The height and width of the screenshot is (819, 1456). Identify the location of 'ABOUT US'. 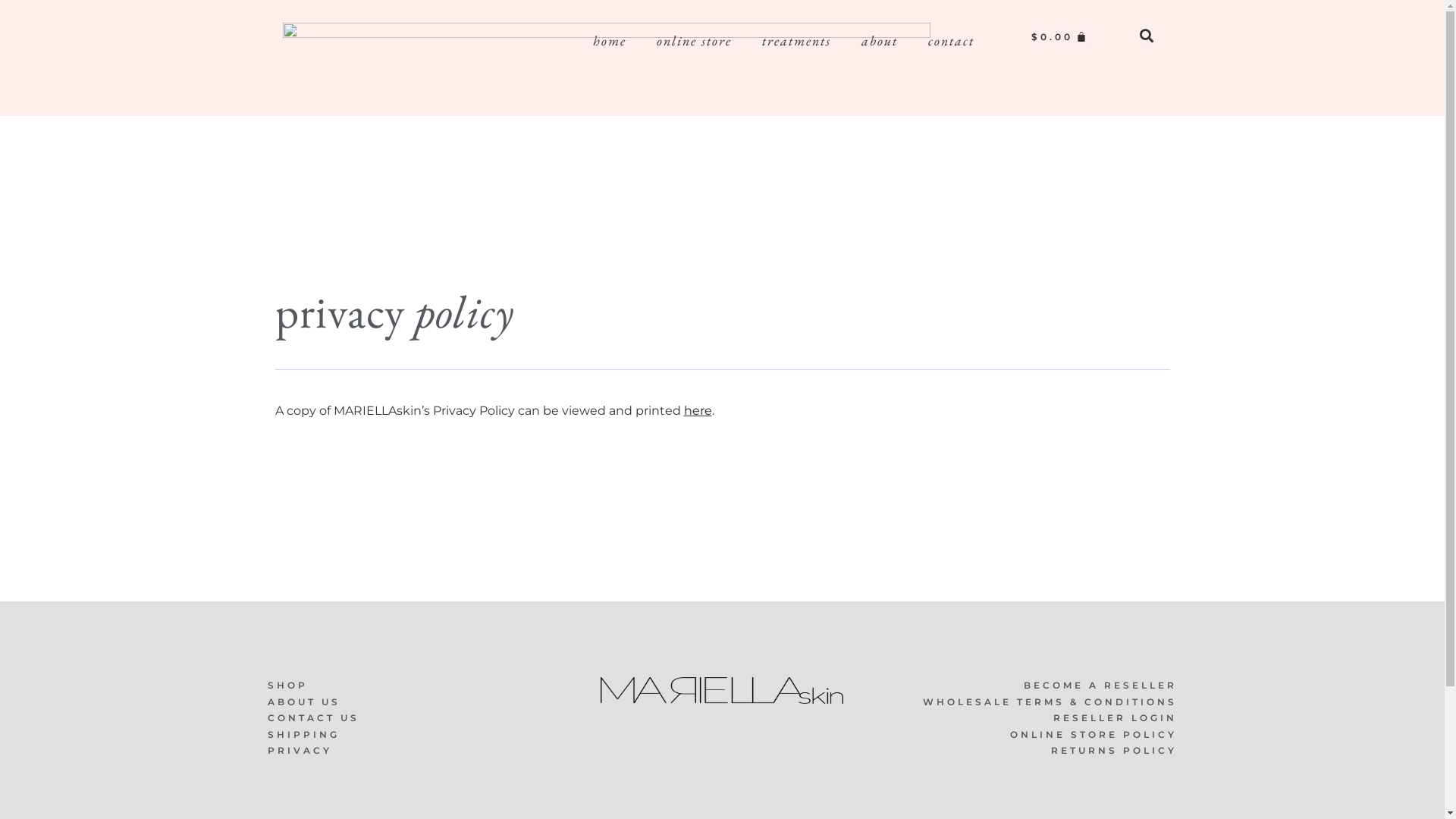
(419, 701).